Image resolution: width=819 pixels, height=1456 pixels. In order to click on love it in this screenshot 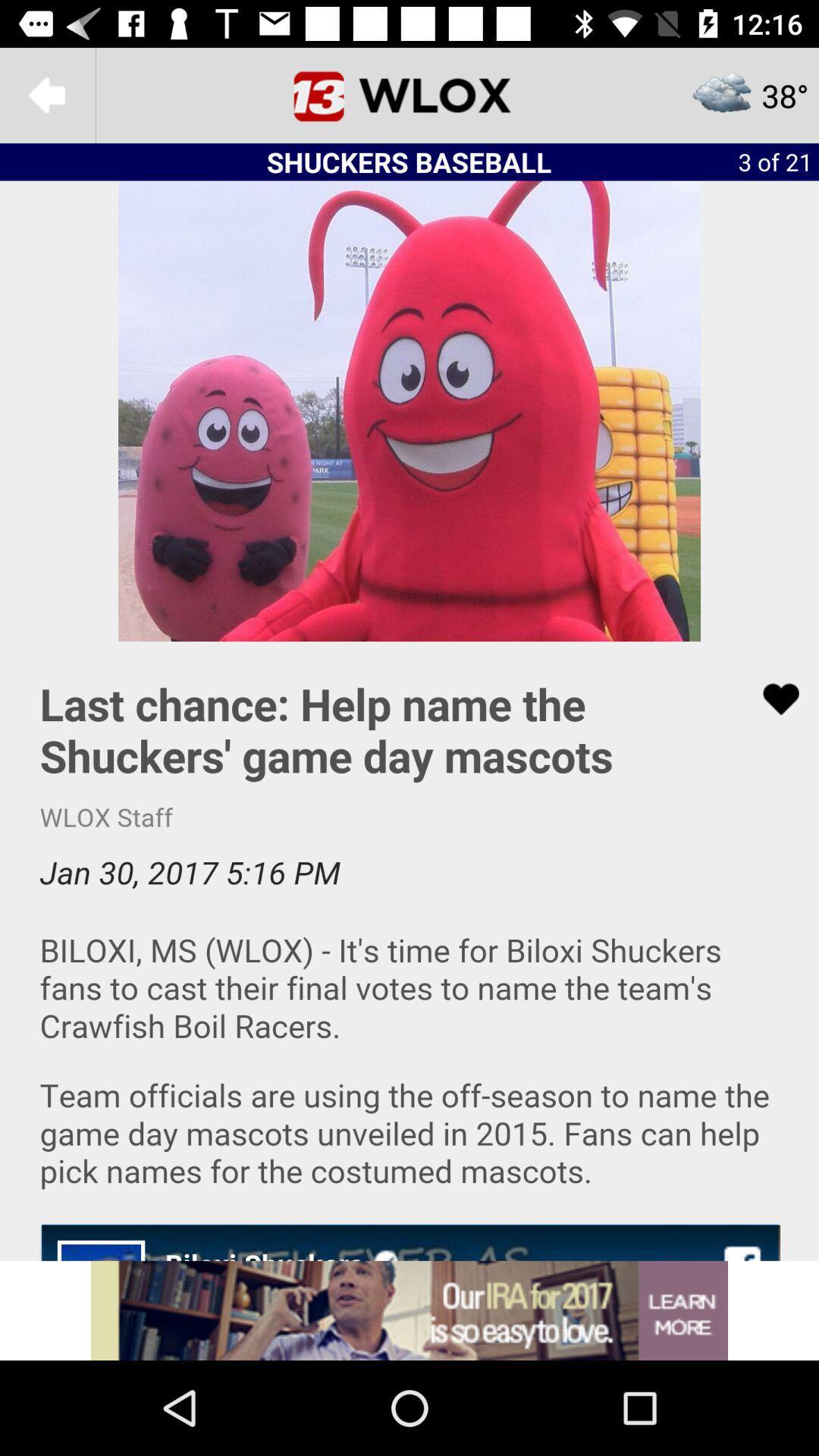, I will do `click(771, 698)`.